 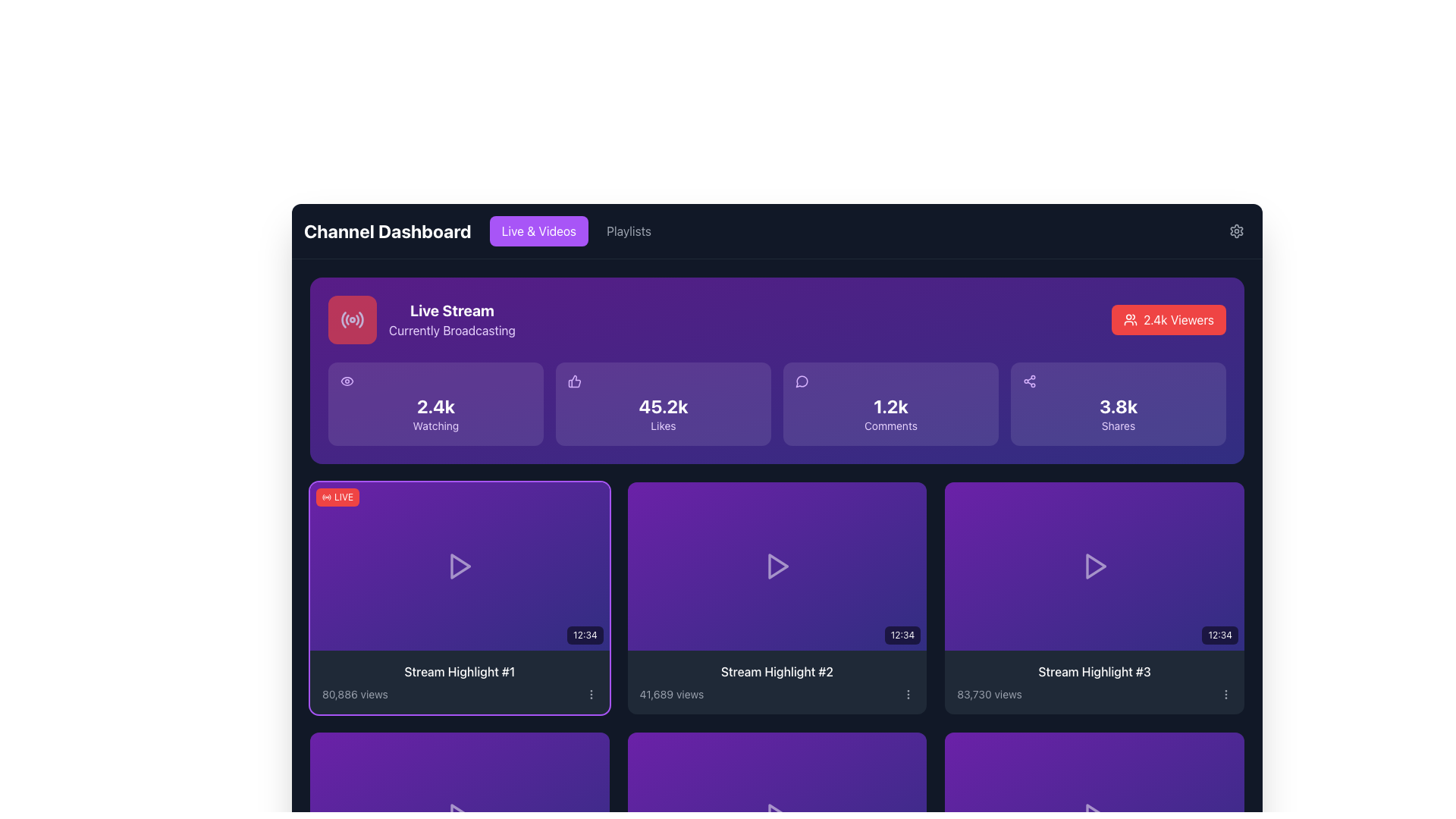 What do you see at coordinates (1096, 566) in the screenshot?
I see `the triangular play icon located in the third video thumbnail titled 'Stream Highlight #3'` at bounding box center [1096, 566].